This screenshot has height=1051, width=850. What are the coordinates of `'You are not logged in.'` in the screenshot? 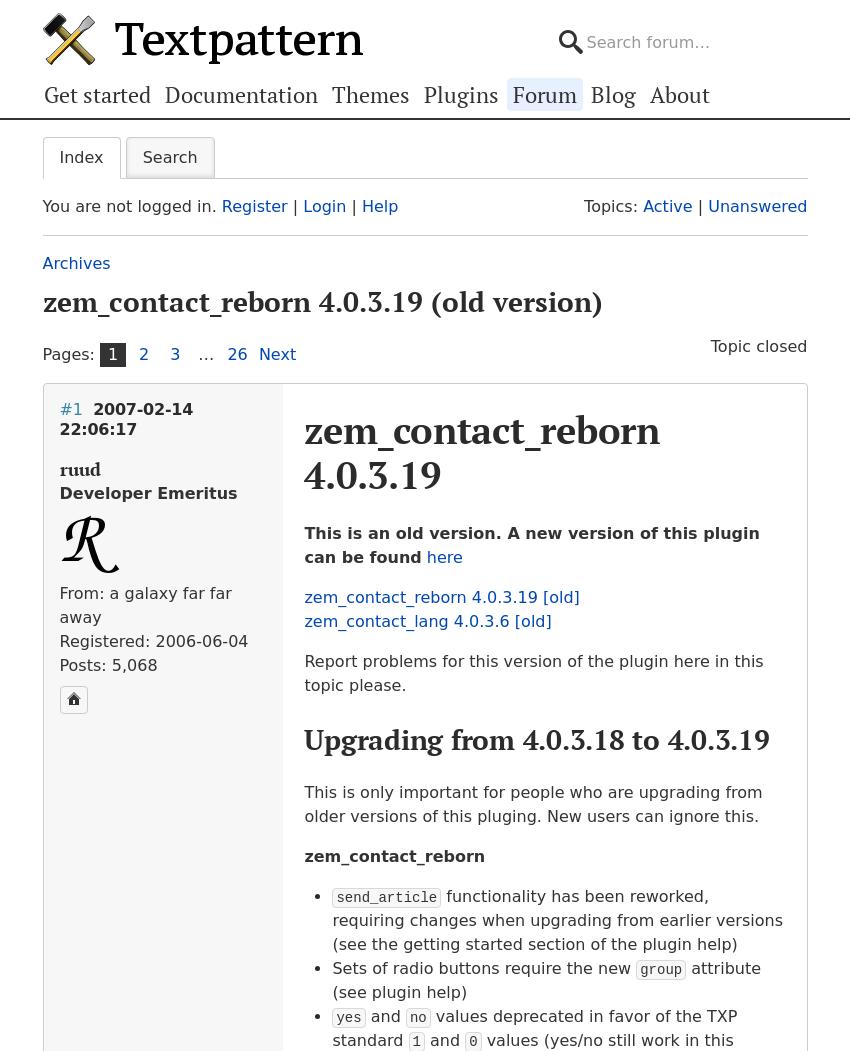 It's located at (131, 205).